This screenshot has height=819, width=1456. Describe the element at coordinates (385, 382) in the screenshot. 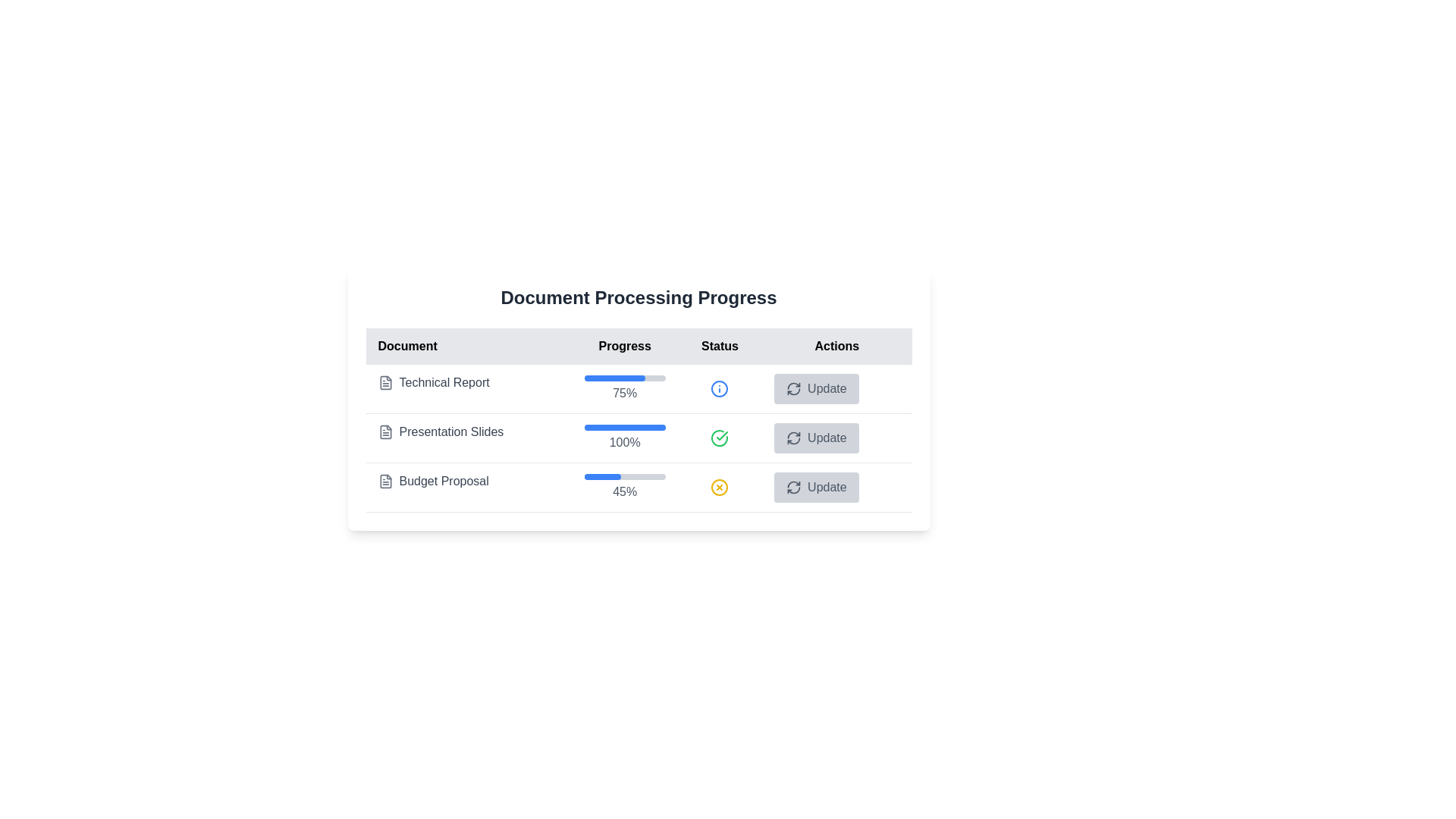

I see `the 'Technical Report' icon in the first column of the first row under the 'Document' header` at that location.